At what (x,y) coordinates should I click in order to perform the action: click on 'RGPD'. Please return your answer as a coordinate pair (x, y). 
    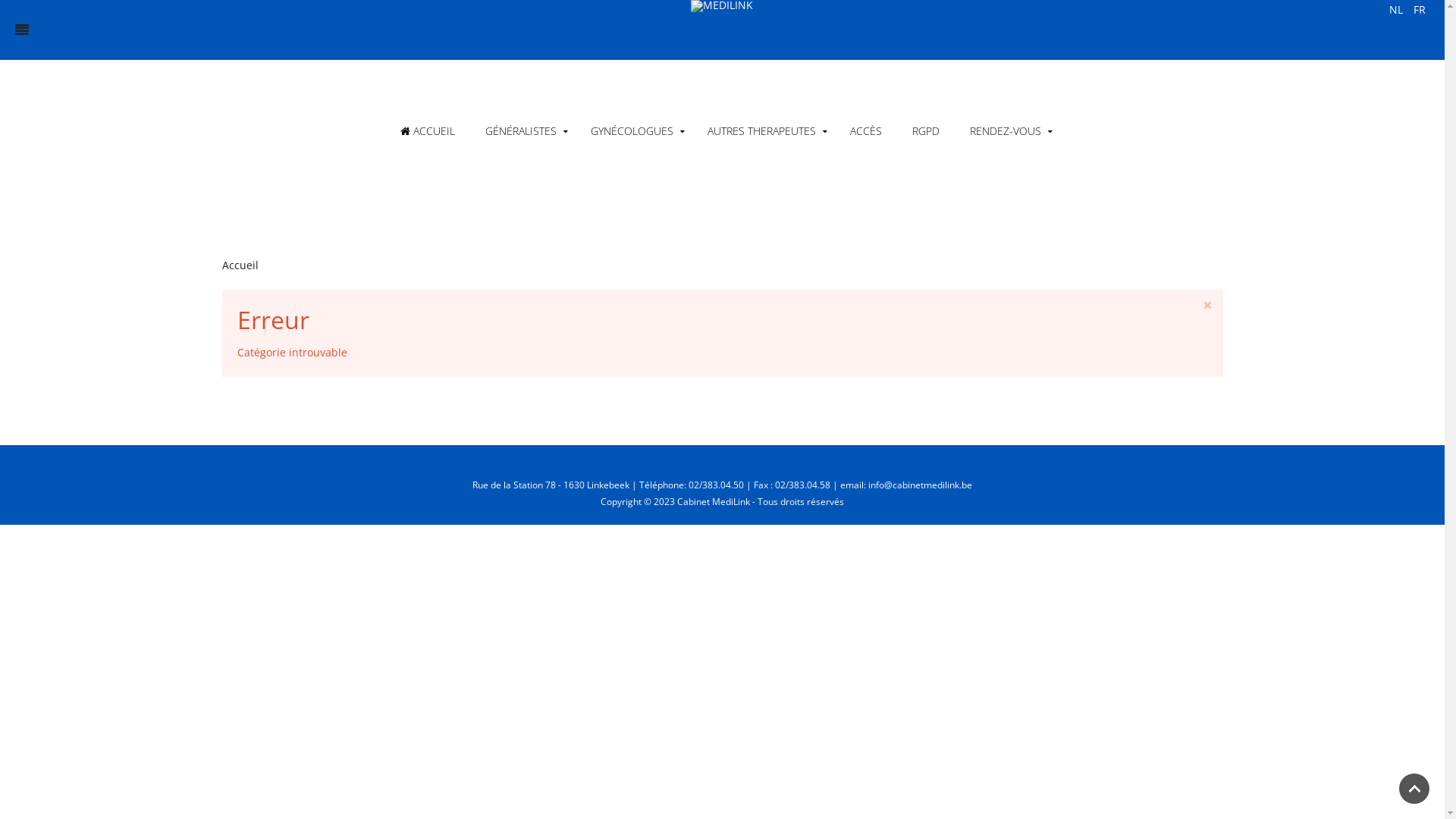
    Looking at the image, I should click on (924, 130).